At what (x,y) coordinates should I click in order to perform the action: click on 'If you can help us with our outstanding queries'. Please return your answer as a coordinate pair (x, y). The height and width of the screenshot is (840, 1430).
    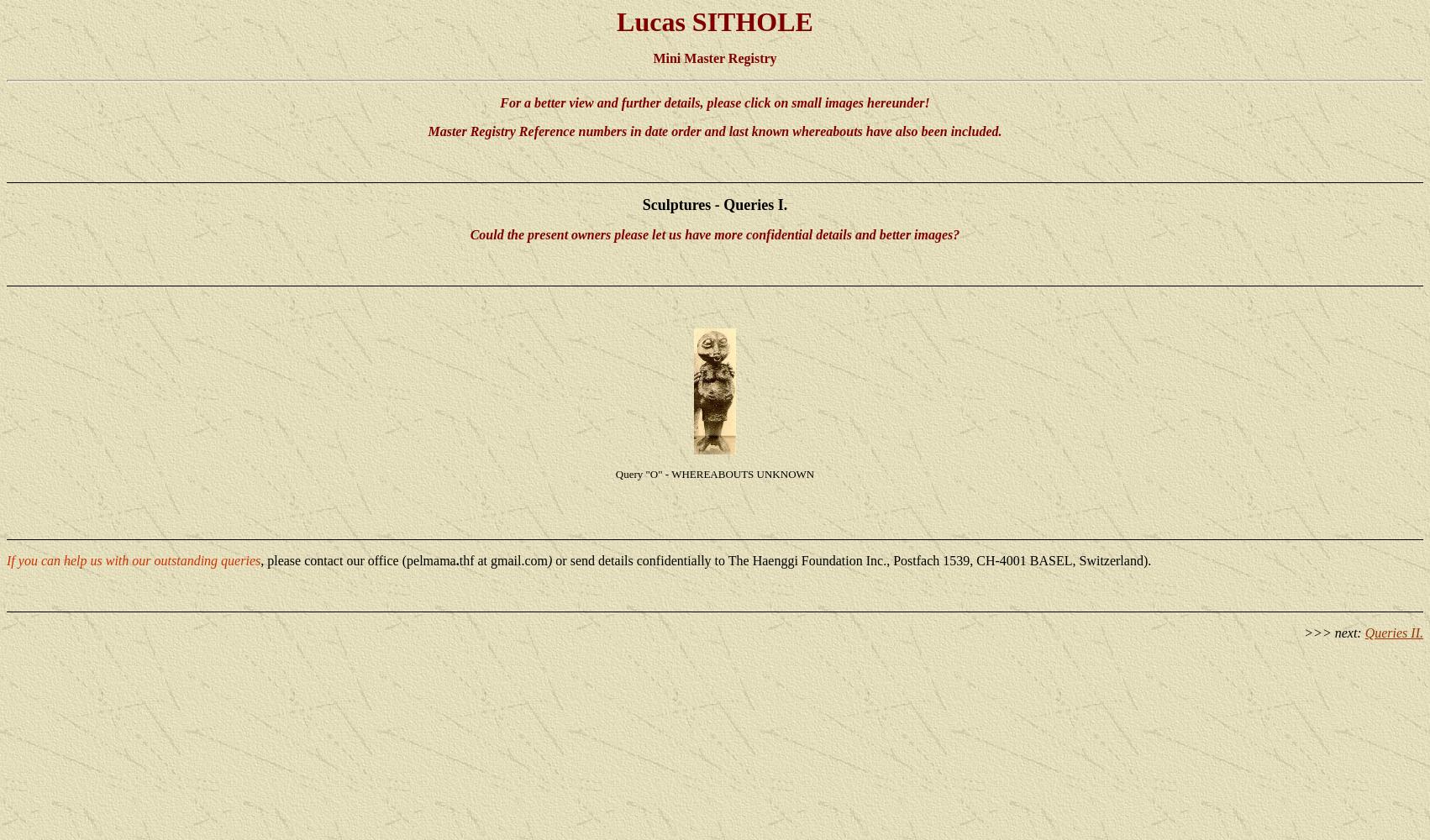
    Looking at the image, I should click on (132, 560).